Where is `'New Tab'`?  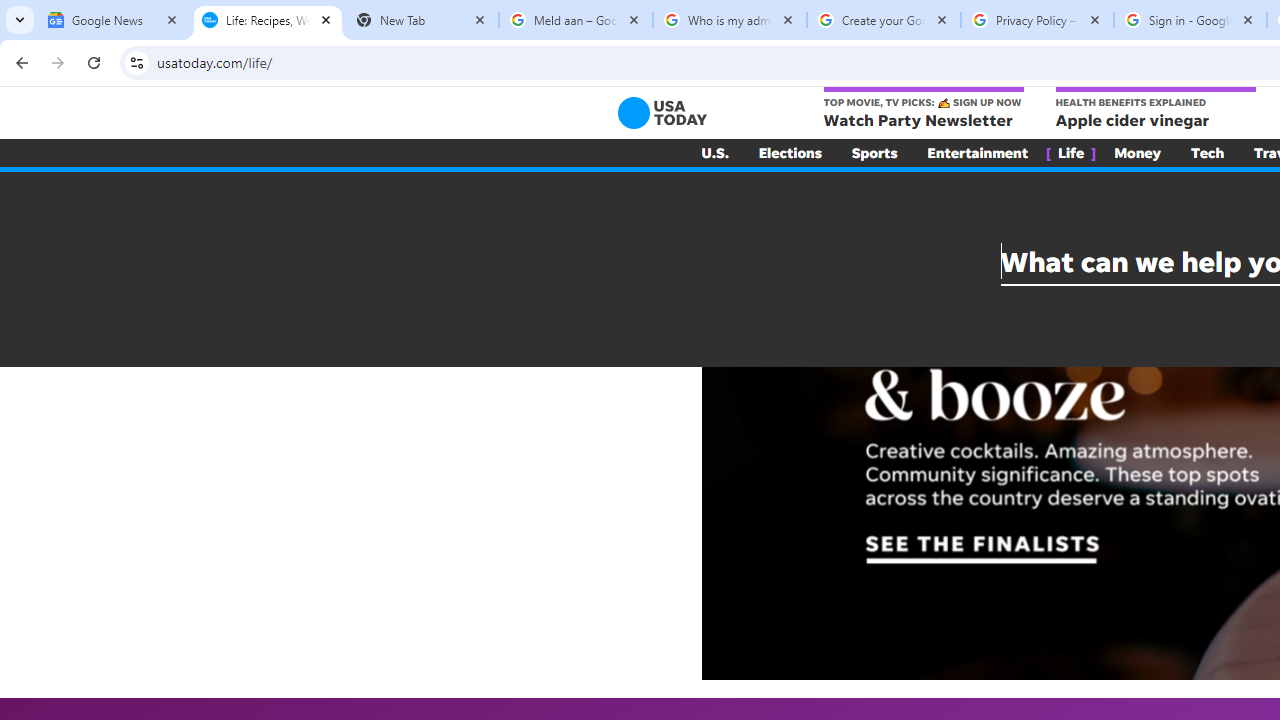
'New Tab' is located at coordinates (420, 20).